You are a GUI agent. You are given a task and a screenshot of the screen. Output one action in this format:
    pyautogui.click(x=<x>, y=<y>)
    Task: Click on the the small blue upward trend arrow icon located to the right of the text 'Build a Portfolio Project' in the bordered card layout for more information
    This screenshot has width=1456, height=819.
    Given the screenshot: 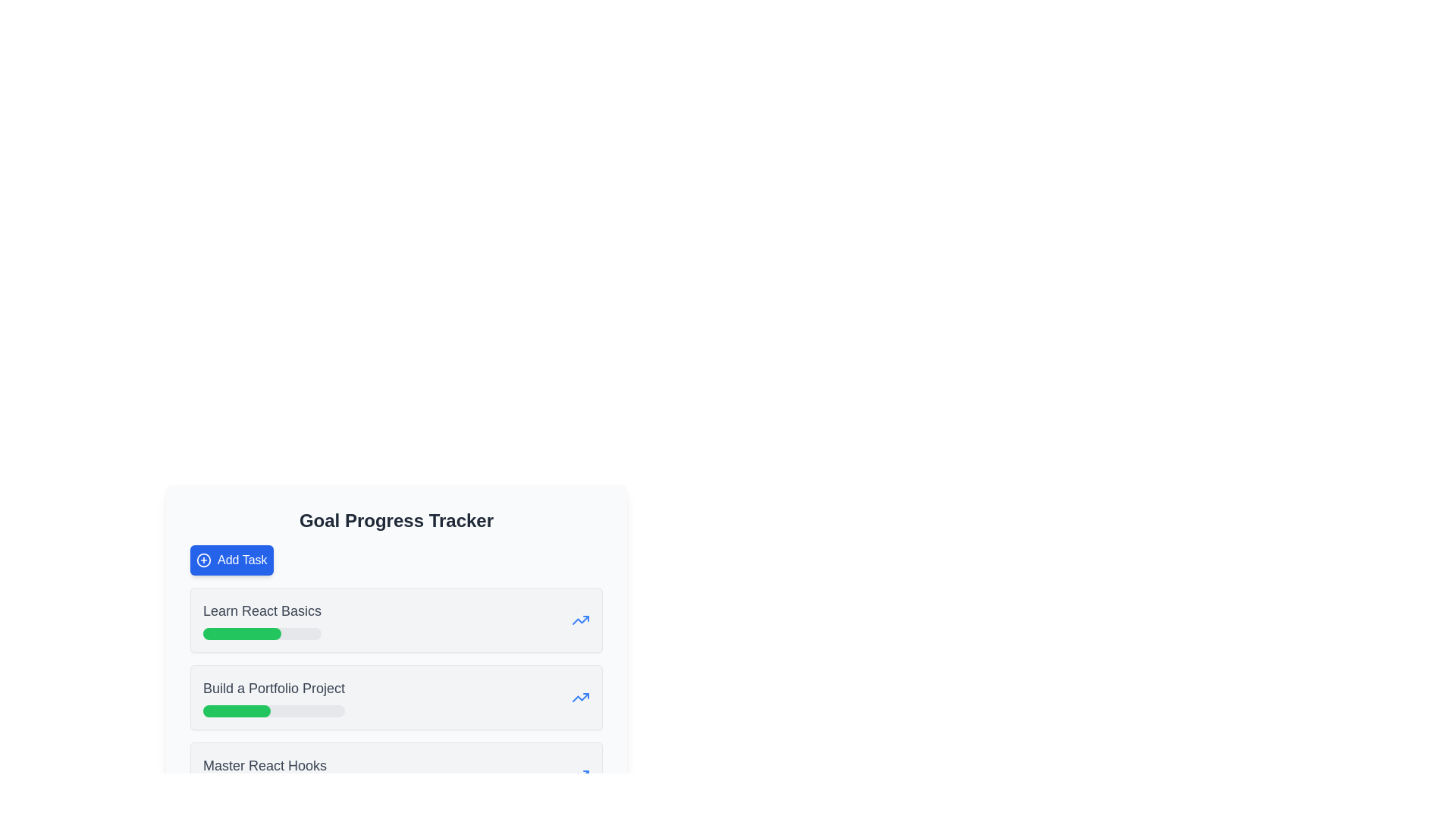 What is the action you would take?
    pyautogui.click(x=580, y=698)
    